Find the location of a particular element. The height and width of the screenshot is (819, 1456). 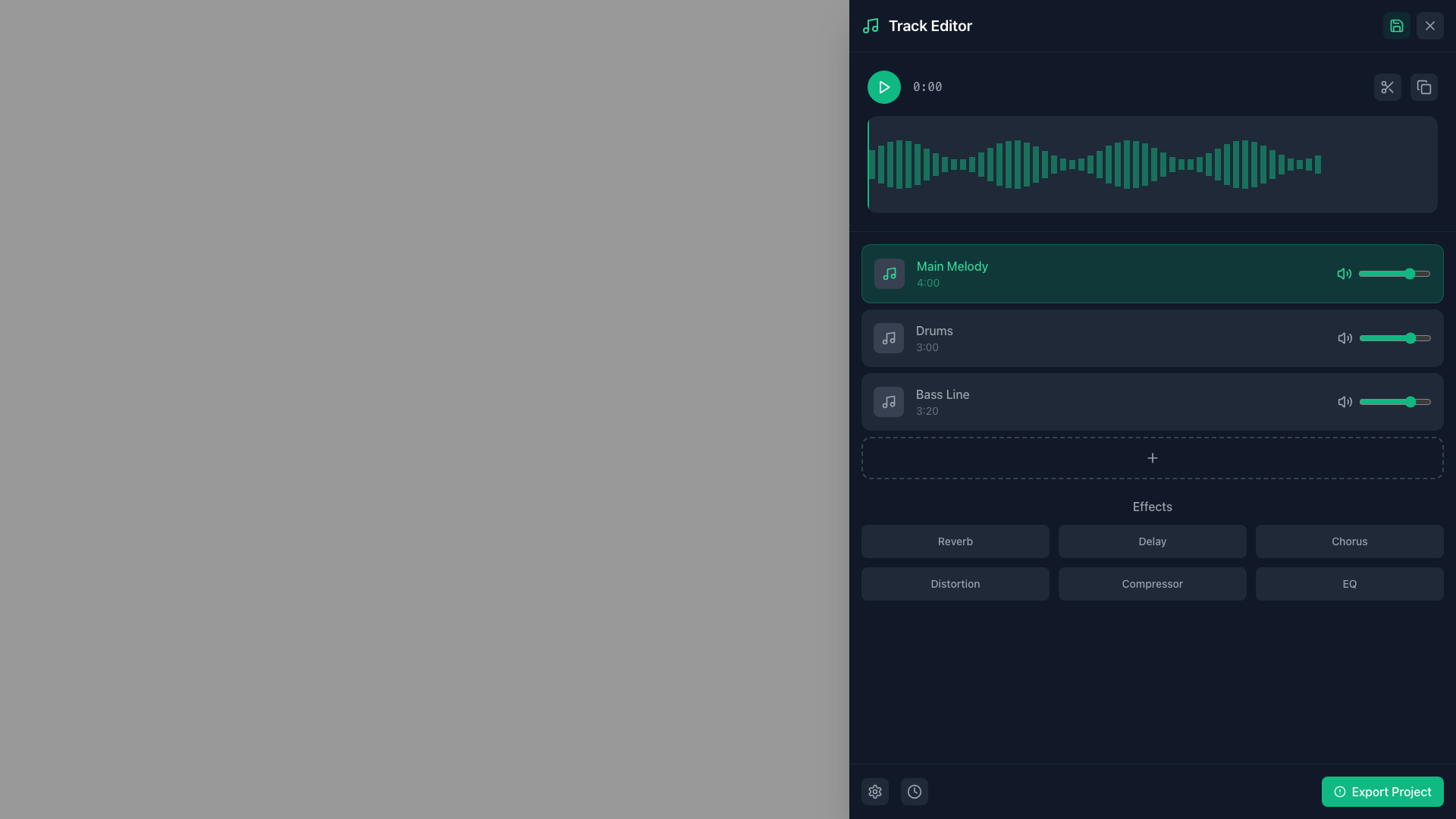

the Drums section icon located in the right sidebar of the Track Editor to guide interactions for its associated section is located at coordinates (888, 337).